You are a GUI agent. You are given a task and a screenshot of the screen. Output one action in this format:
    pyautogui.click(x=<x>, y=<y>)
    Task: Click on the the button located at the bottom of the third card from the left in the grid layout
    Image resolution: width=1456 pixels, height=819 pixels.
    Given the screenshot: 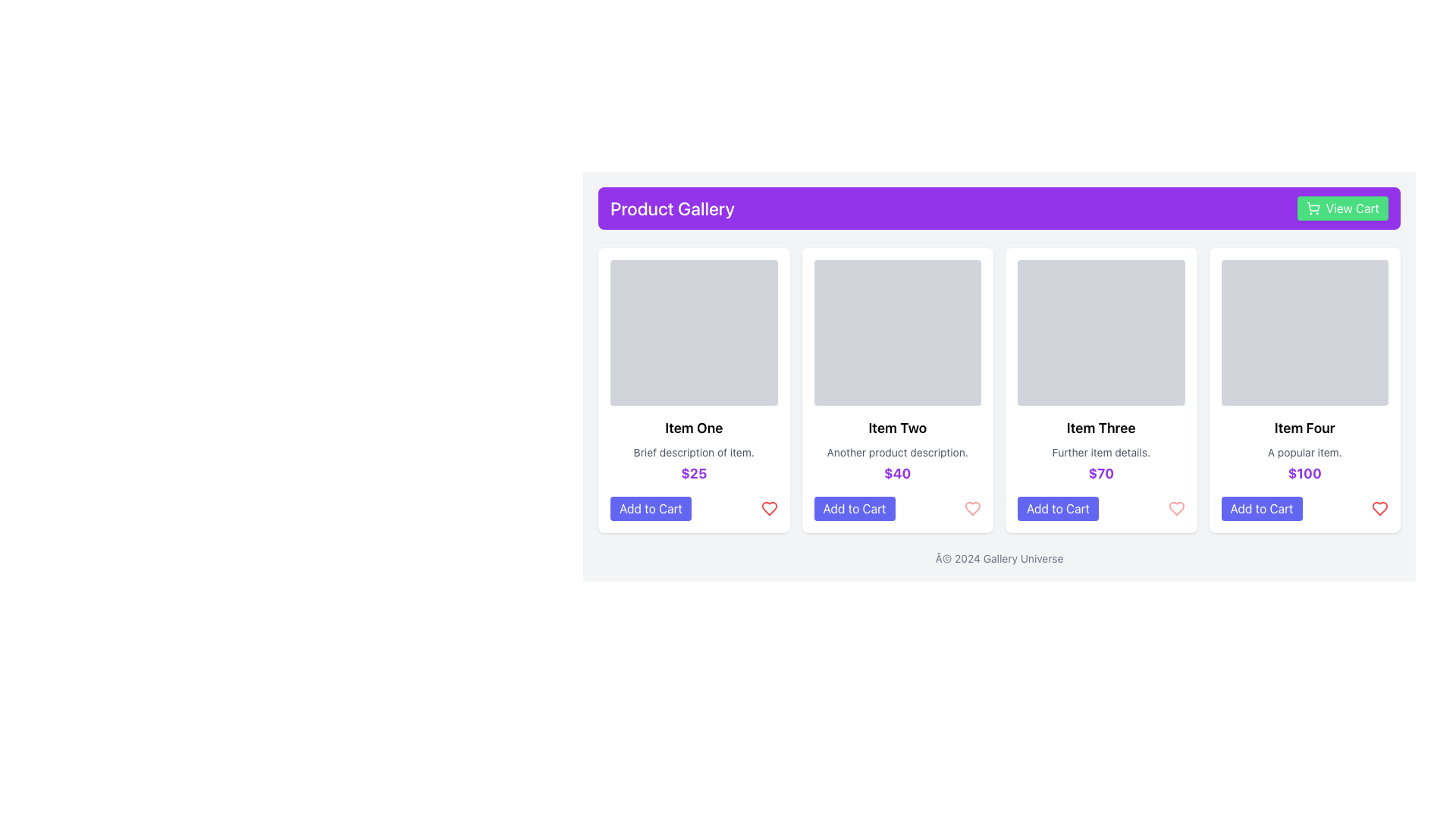 What is the action you would take?
    pyautogui.click(x=1057, y=509)
    